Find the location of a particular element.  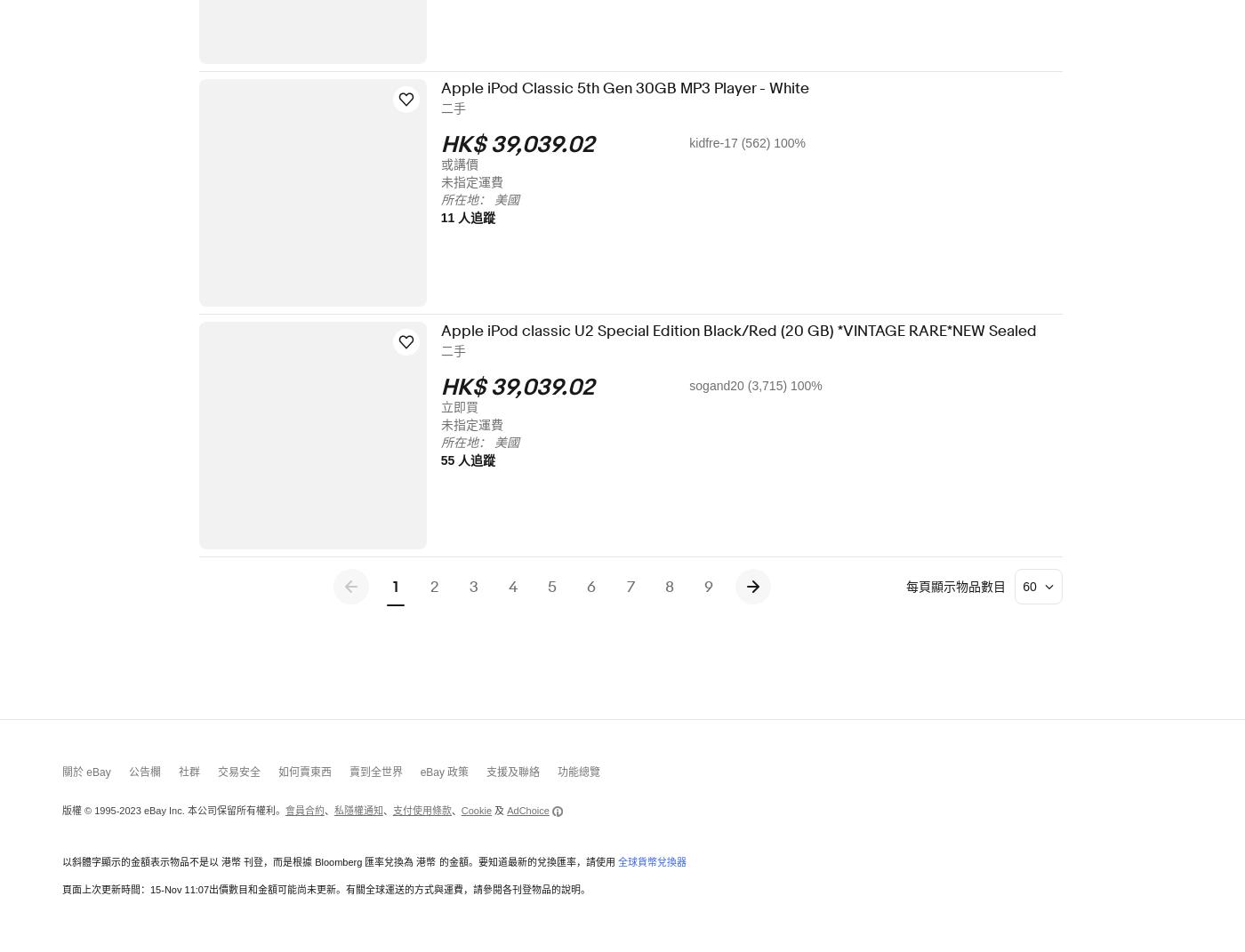

'頁面上次更新時間：15-Nov 11:07出價數目和金額可能尚未更新。有關全球運送的方式與運費，請參閱各刊登物品的說明。' is located at coordinates (325, 889).